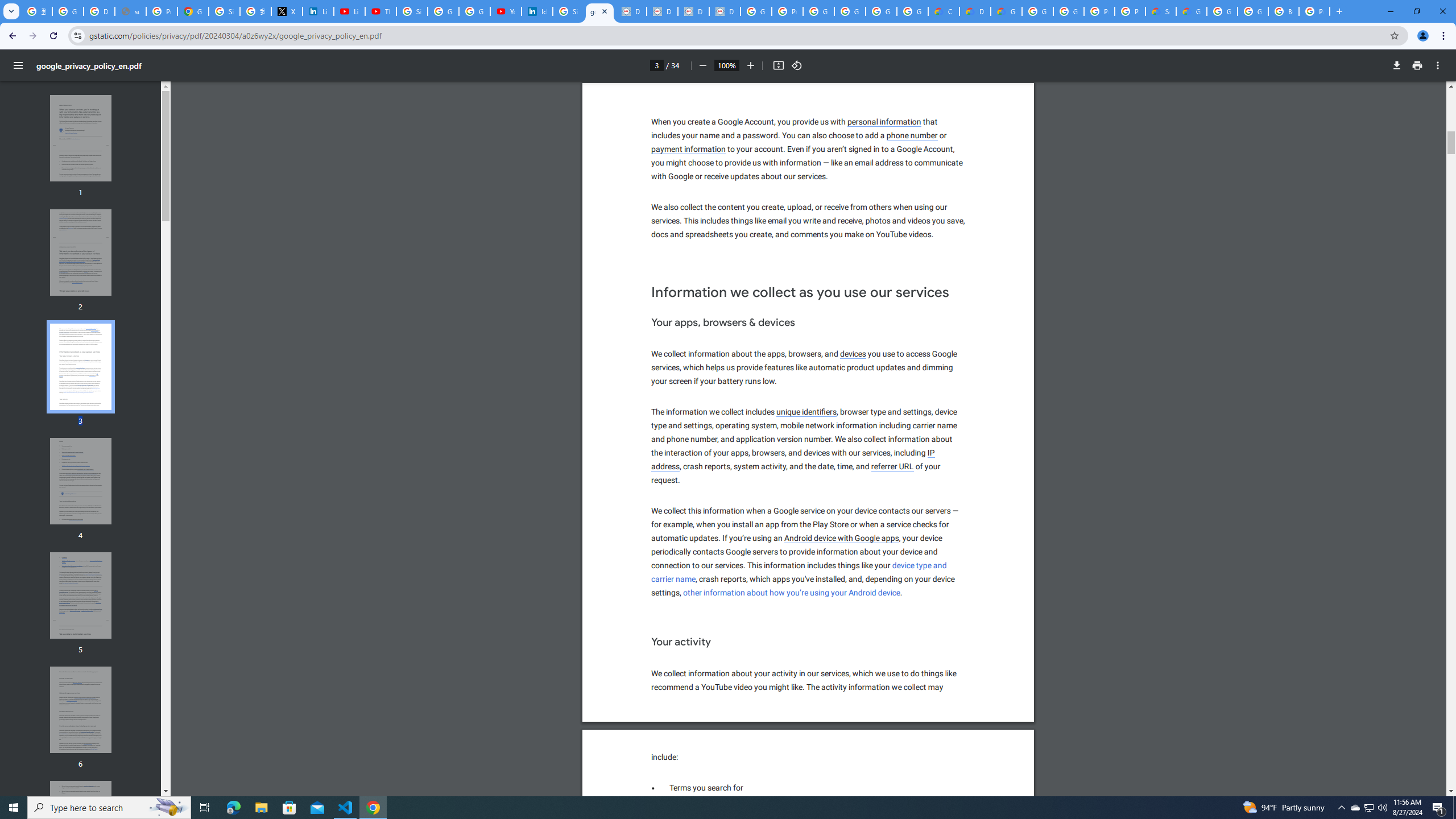 The width and height of the screenshot is (1456, 819). Describe the element at coordinates (656, 65) in the screenshot. I see `'Page number'` at that location.